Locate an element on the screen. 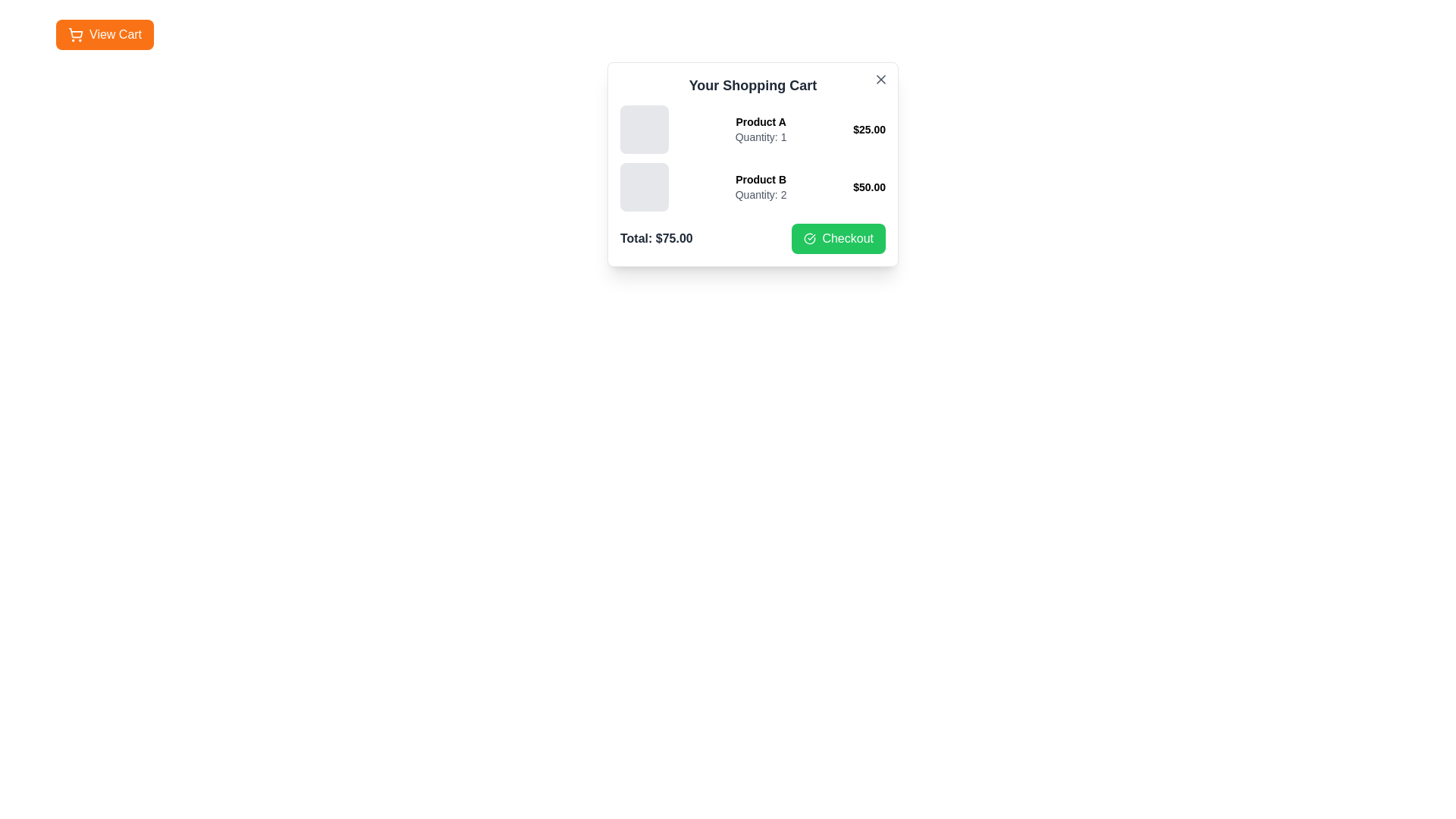 This screenshot has width=1456, height=819. product details of the List Item titled 'Product B', which includes the price '$50.00' and quantity 'Quantity: 2' is located at coordinates (753, 186).